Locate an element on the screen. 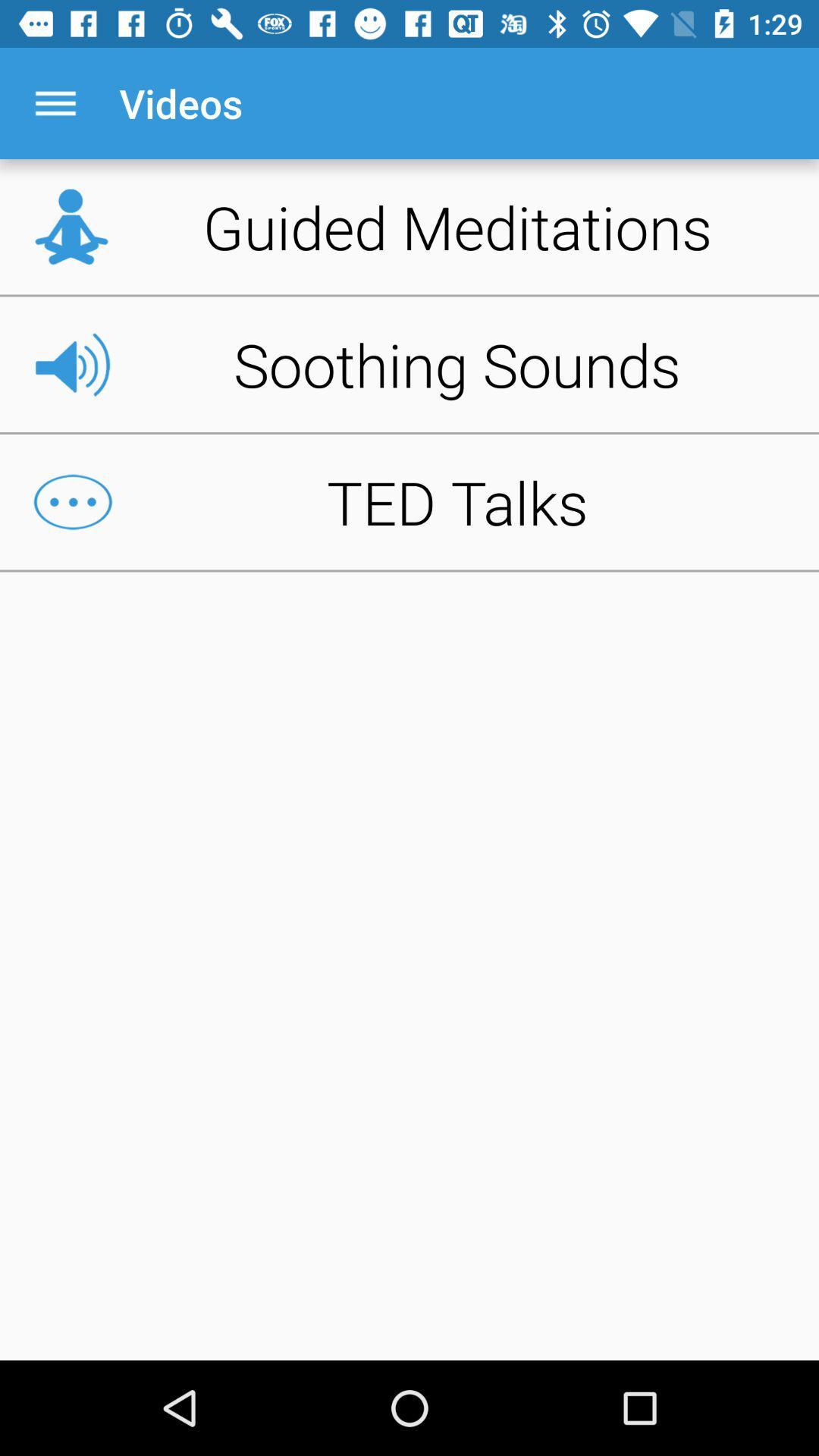 The height and width of the screenshot is (1456, 819). guided meditations is located at coordinates (409, 226).